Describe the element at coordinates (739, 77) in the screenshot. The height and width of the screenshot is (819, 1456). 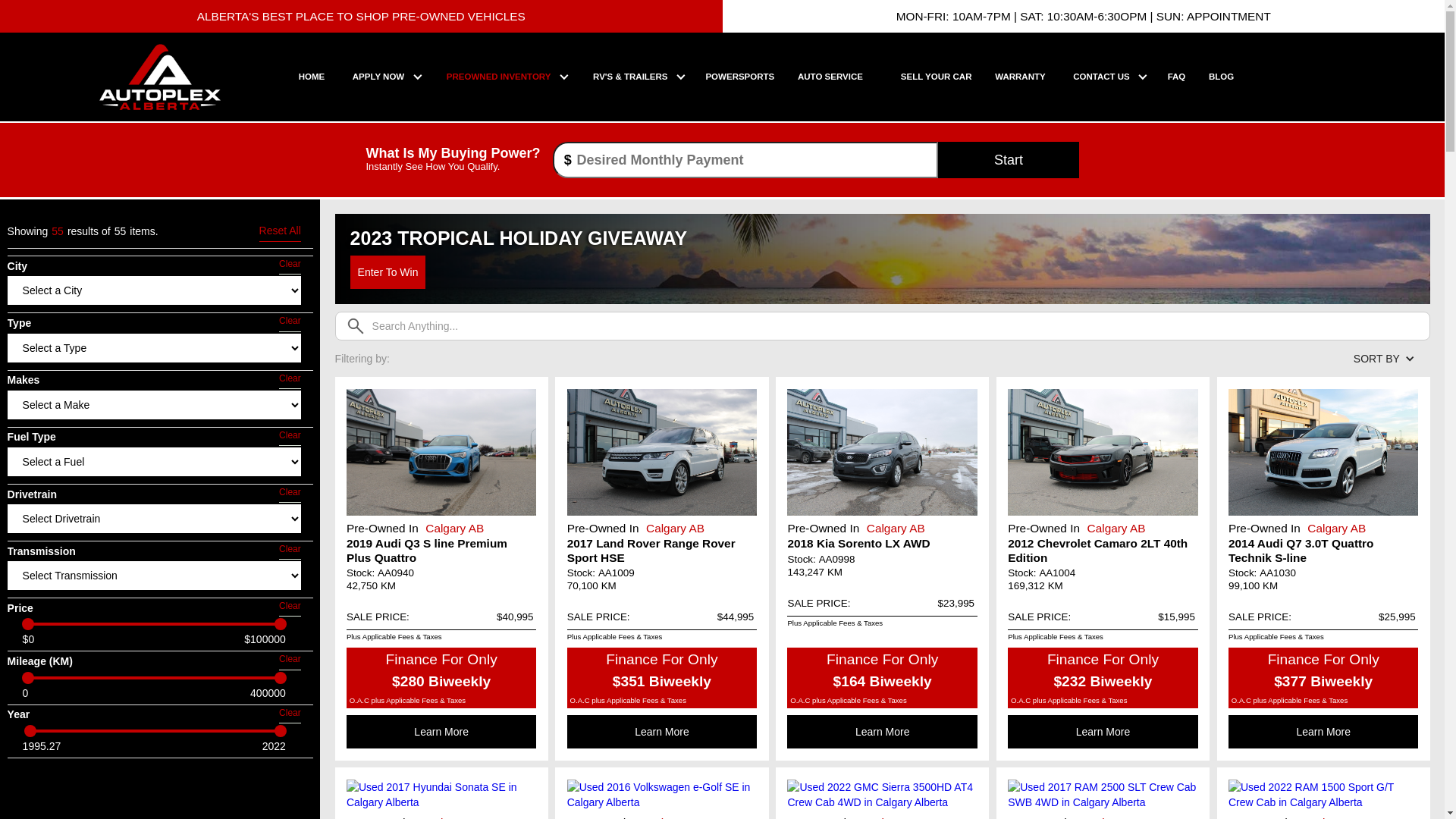
I see `'POWERSPORTS'` at that location.